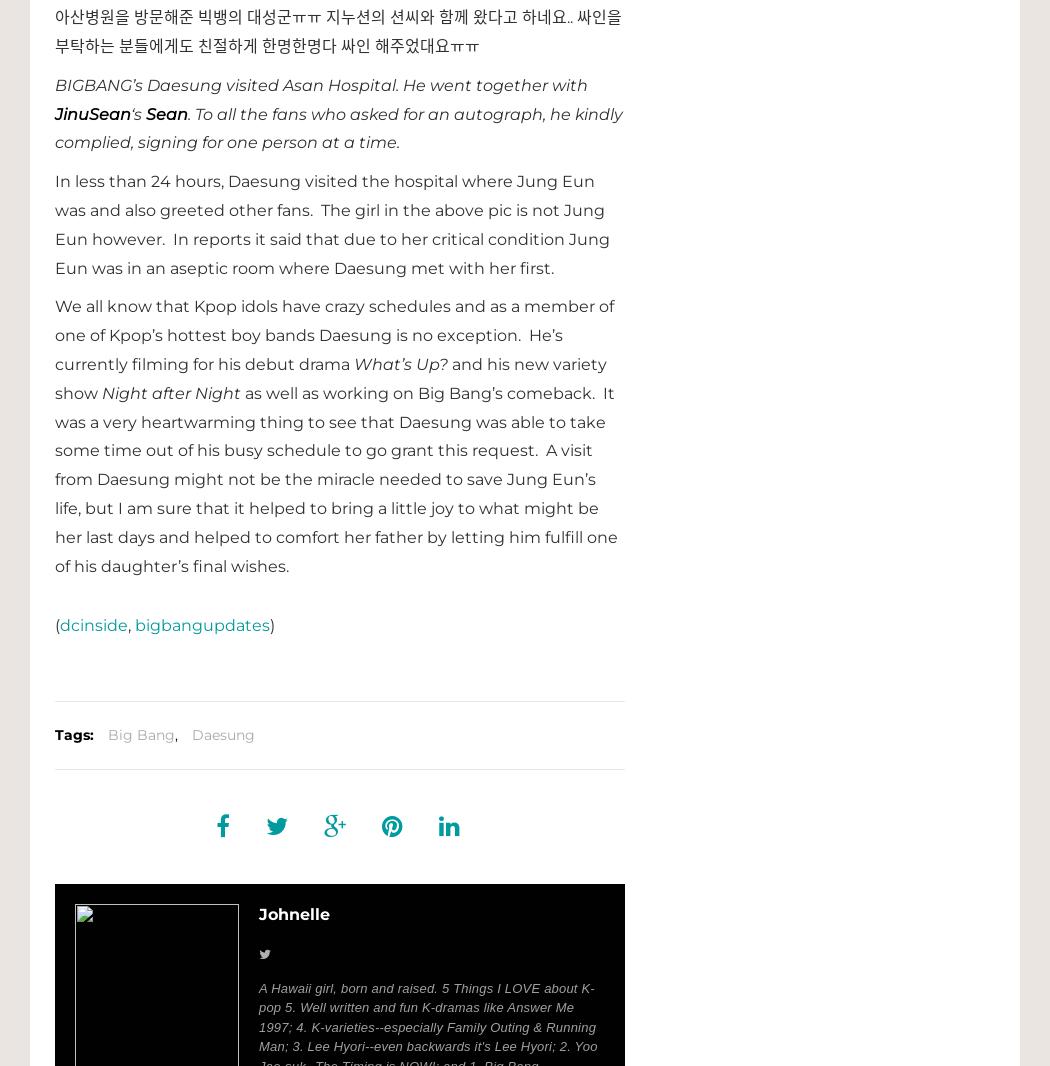 The height and width of the screenshot is (1066, 1050). Describe the element at coordinates (332, 223) in the screenshot. I see `'In less than 24 hours, Daesung visited the hospital where Jung Eun was and also greeted other fans.  The girl in the above pic is not Jung Eun however.  In reports it said that due to her critical condition Jung Eun was in an aseptic room where Daesung met with her first.'` at that location.